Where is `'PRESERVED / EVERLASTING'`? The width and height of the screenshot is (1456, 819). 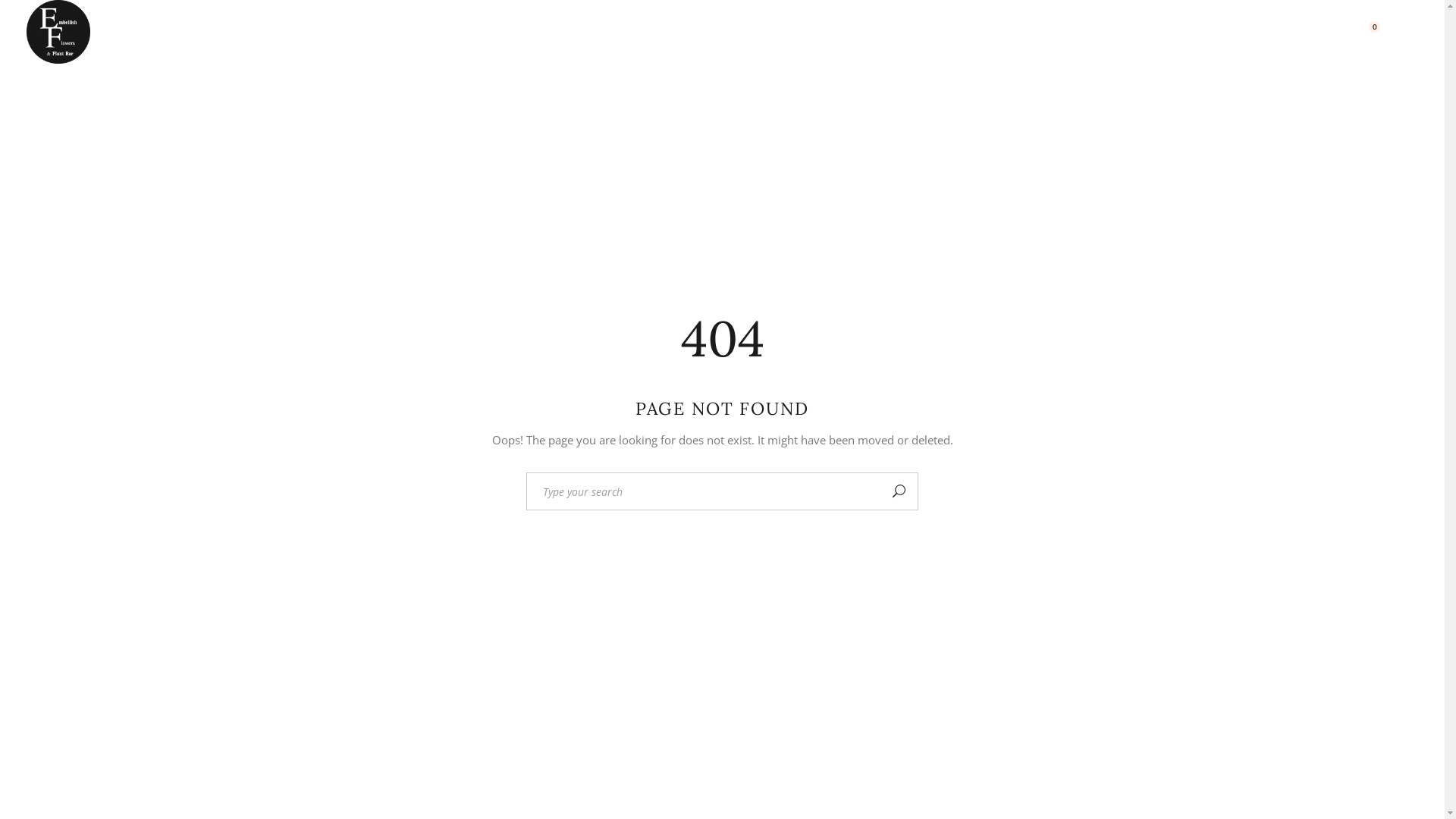
'PRESERVED / EVERLASTING' is located at coordinates (671, 32).